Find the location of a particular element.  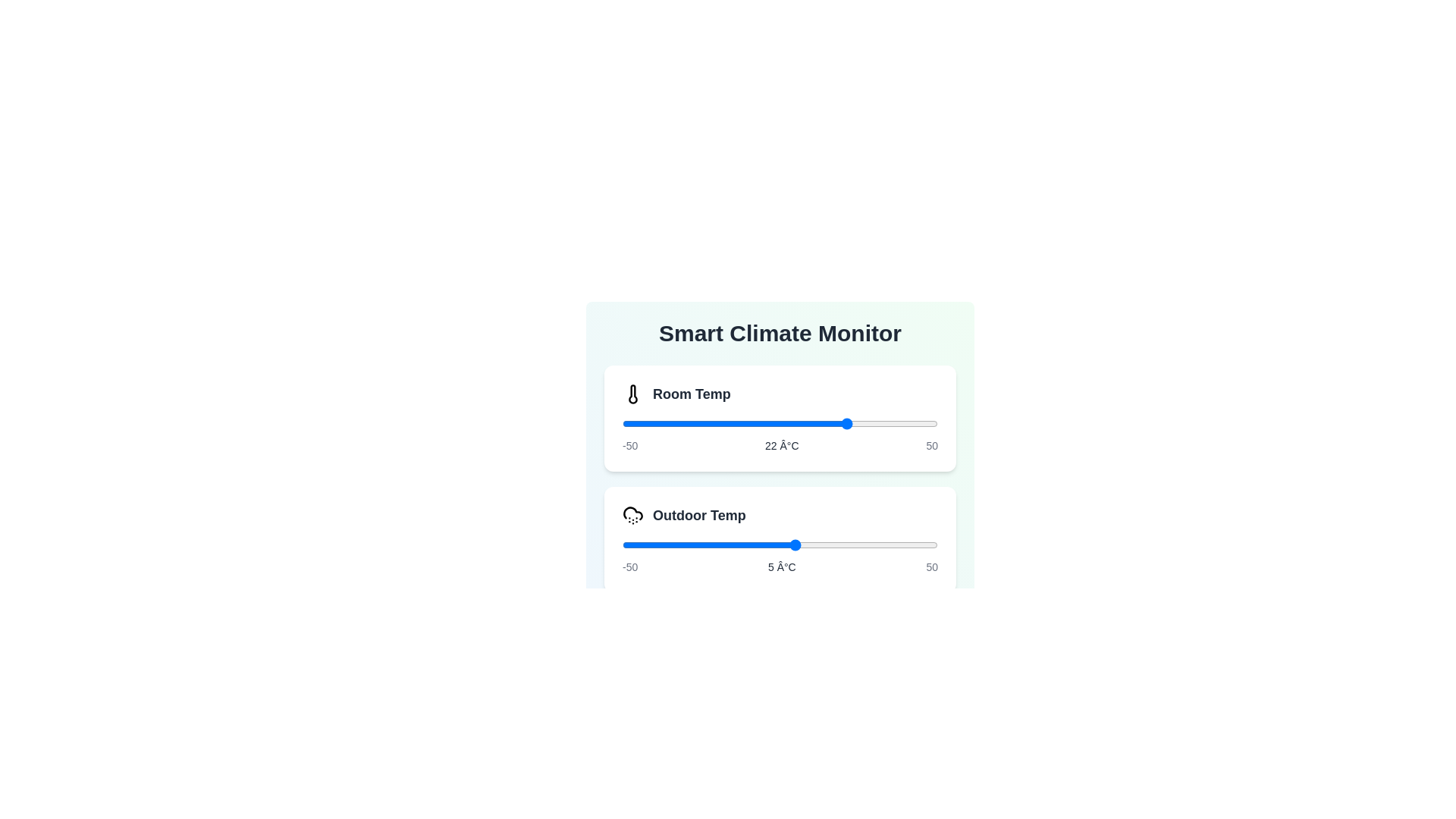

the slider for 'Room Temp' to set its value to 40 is located at coordinates (906, 424).